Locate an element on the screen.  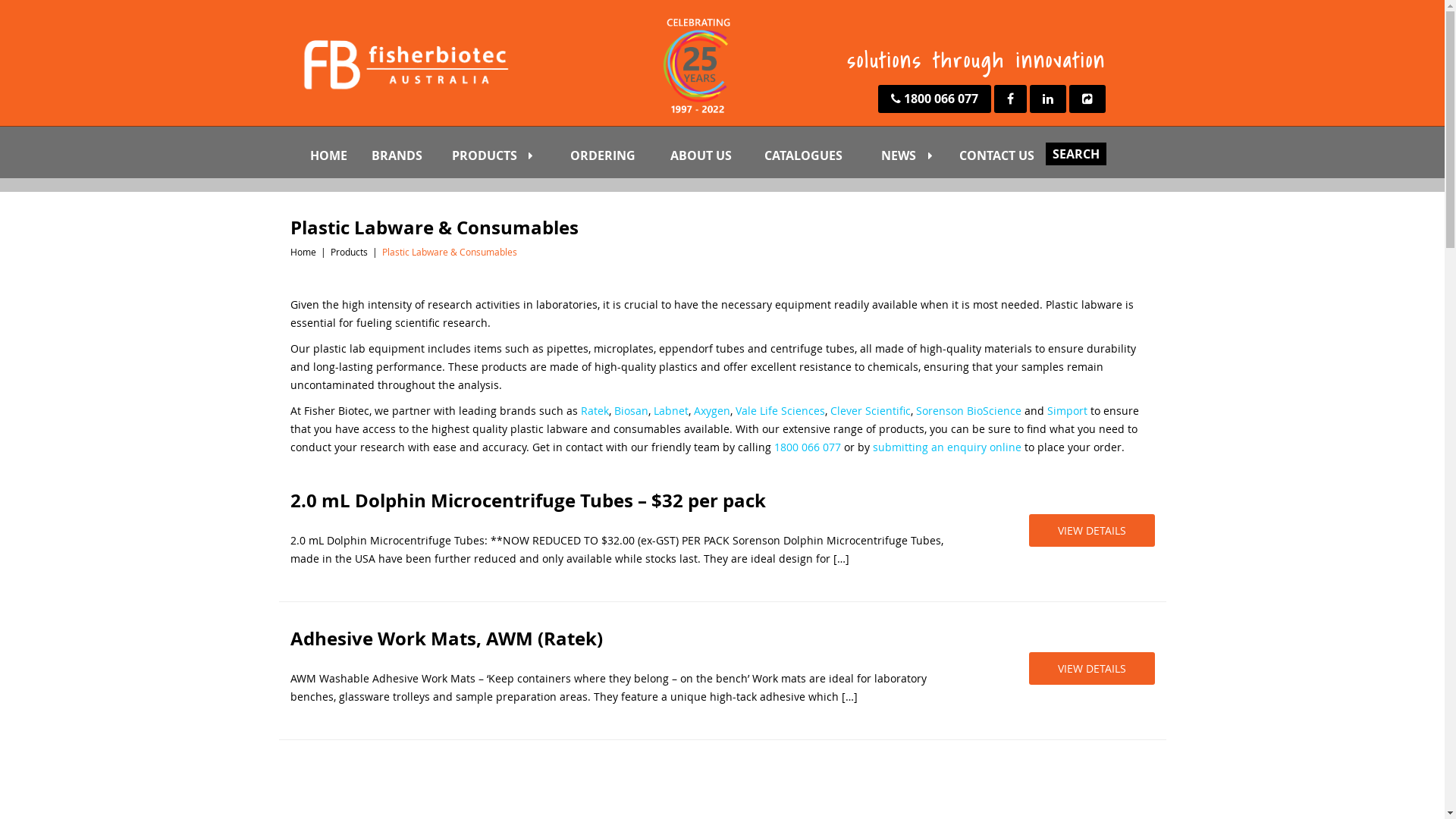
'Labnet' is located at coordinates (654, 410).